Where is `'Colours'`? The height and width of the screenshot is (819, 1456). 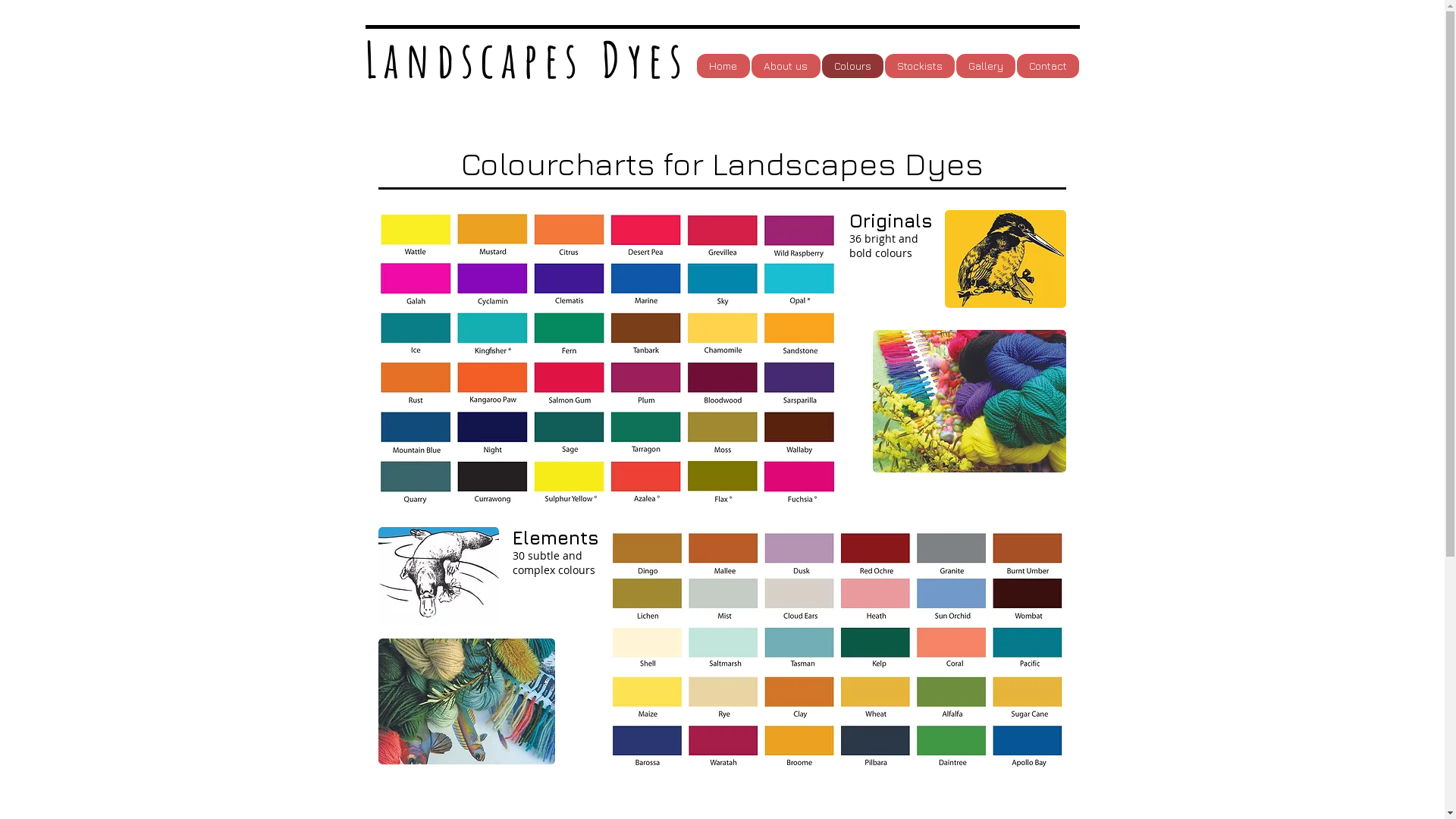
'Colours' is located at coordinates (852, 65).